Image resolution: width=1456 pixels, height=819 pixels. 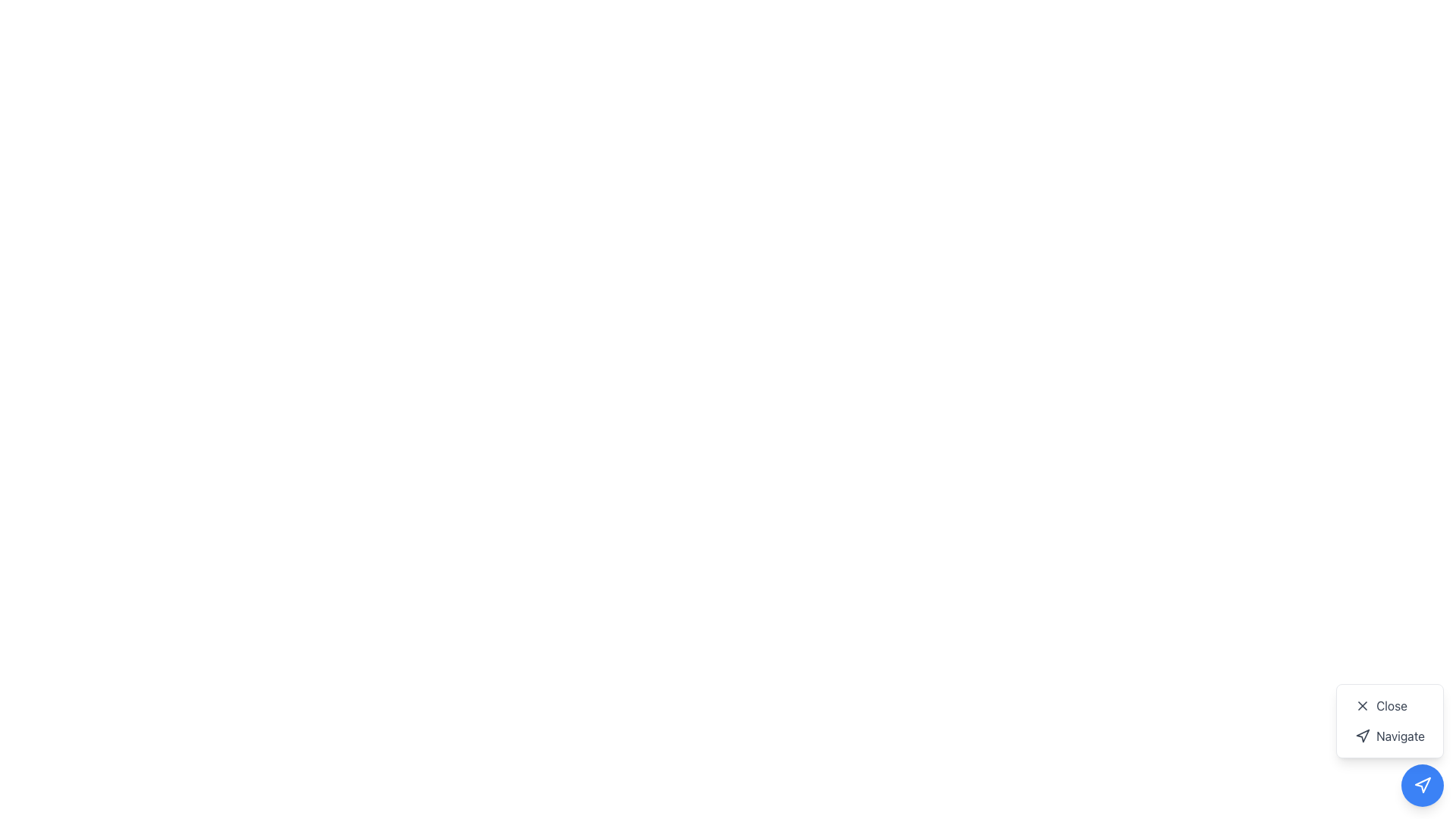 I want to click on the navigation icon located at the bottom-right corner of the view, so click(x=1422, y=785).